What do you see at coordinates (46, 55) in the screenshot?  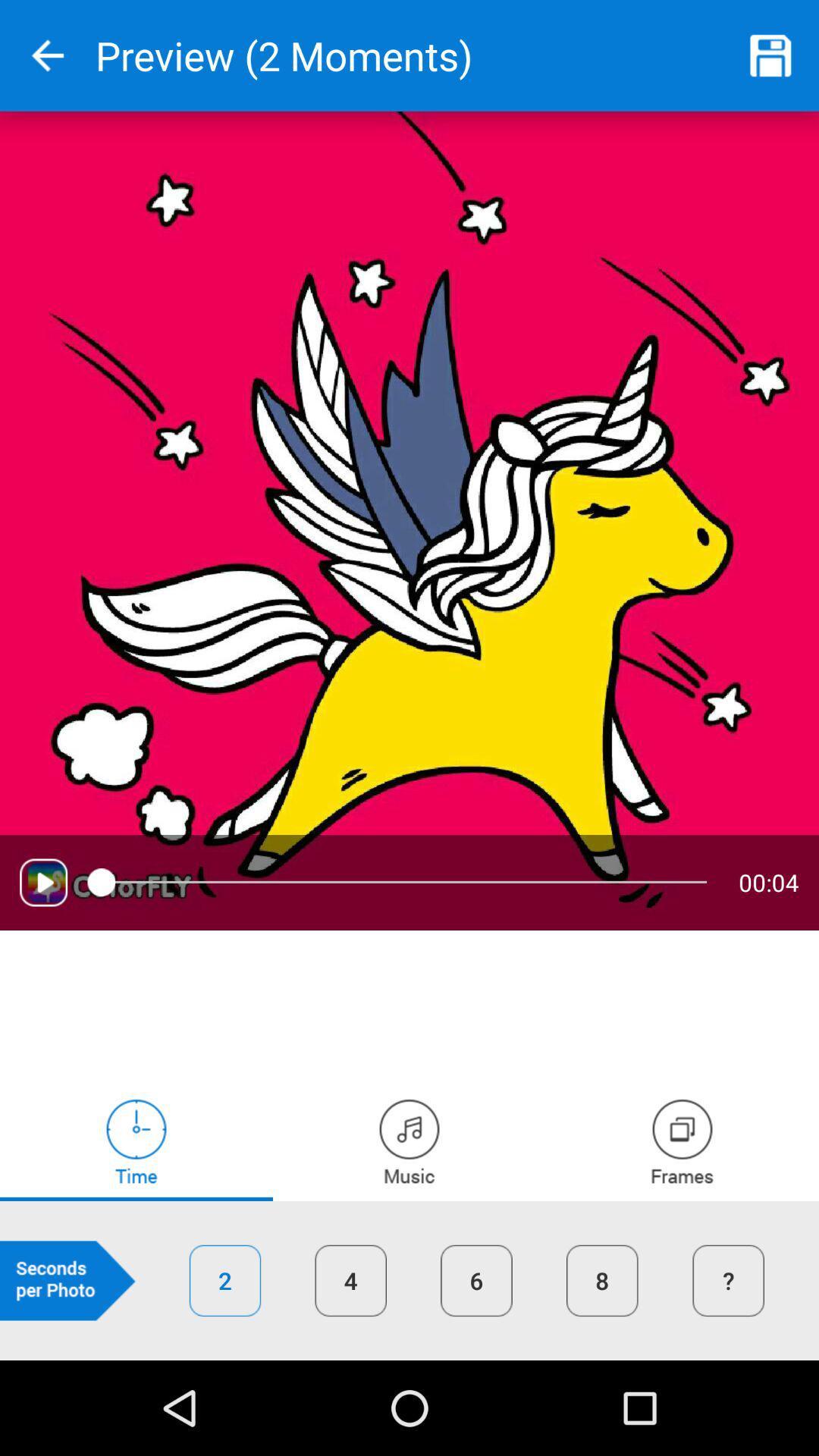 I see `go back` at bounding box center [46, 55].